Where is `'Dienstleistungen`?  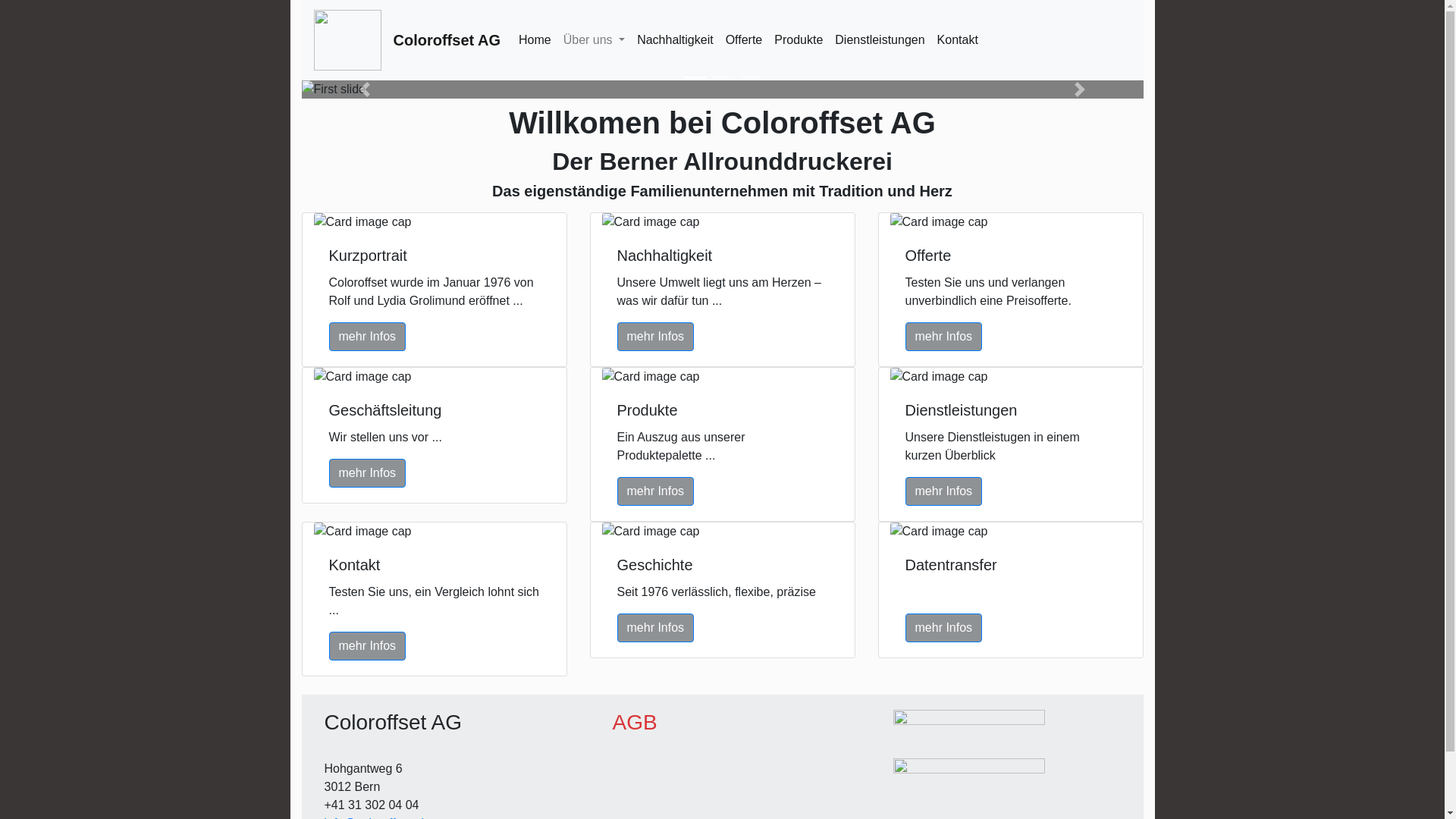 'Dienstleistungen is located at coordinates (880, 39).